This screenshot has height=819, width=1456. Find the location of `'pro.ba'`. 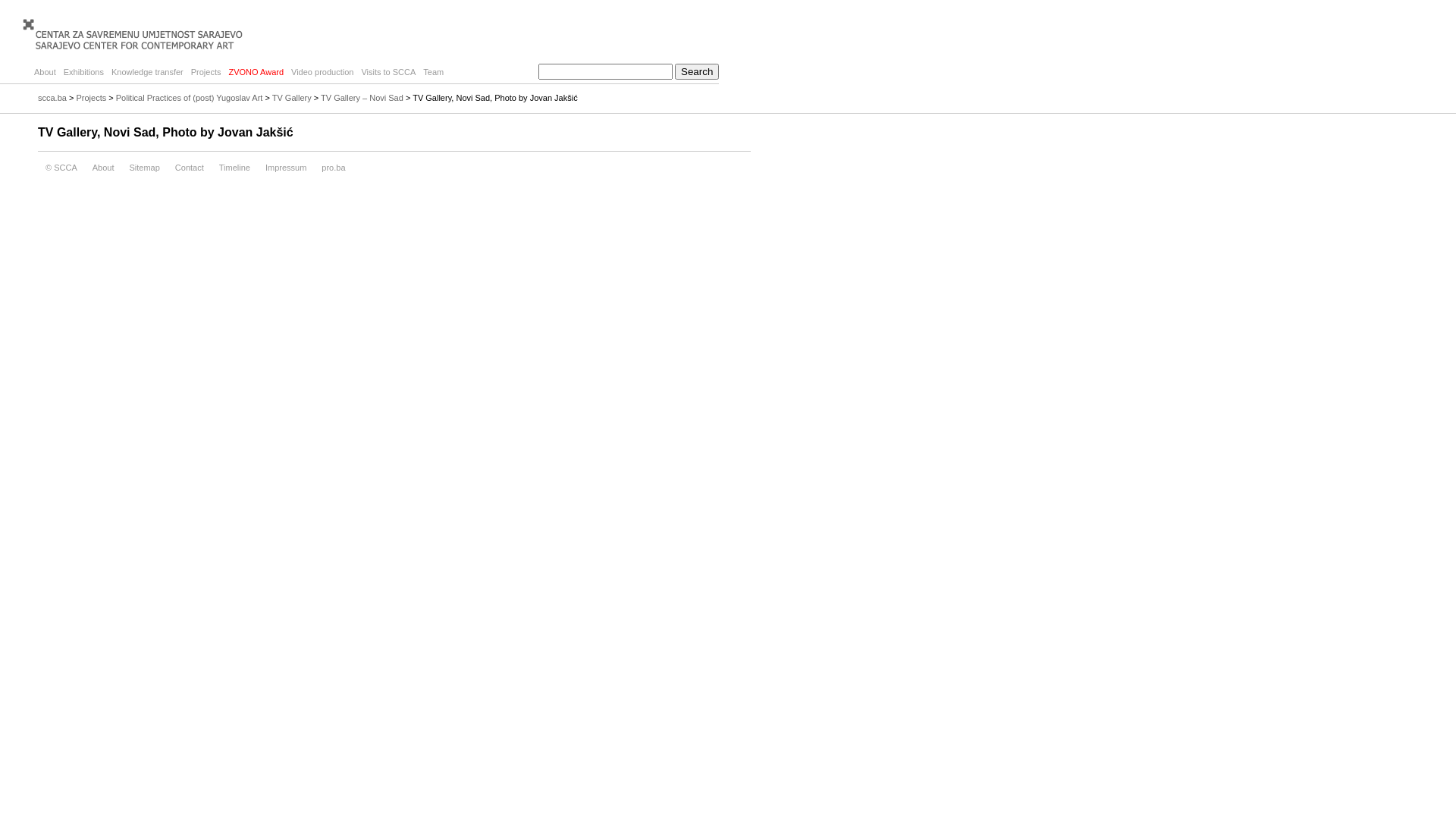

'pro.ba' is located at coordinates (332, 167).